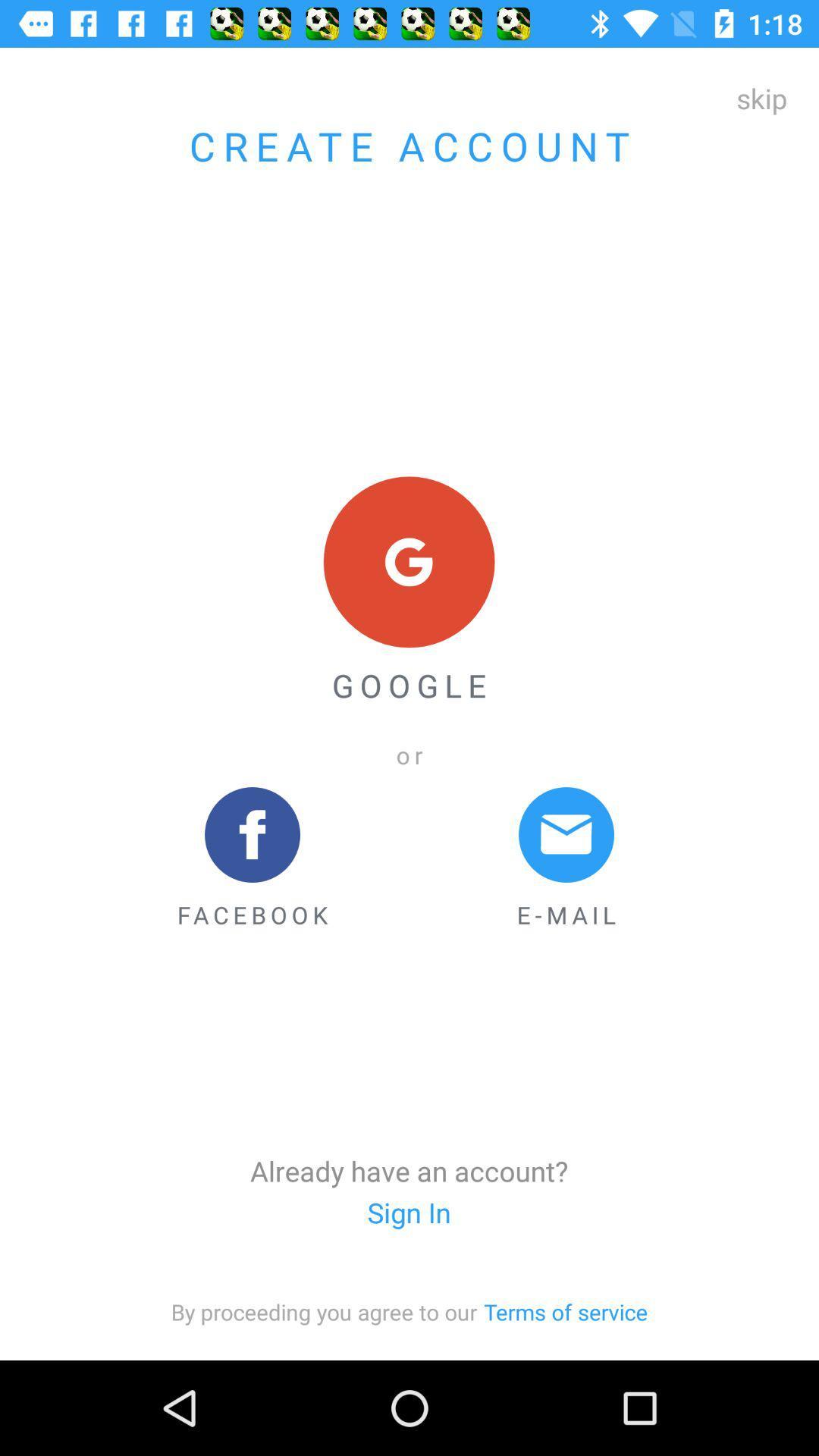  What do you see at coordinates (409, 561) in the screenshot?
I see `icon above google` at bounding box center [409, 561].